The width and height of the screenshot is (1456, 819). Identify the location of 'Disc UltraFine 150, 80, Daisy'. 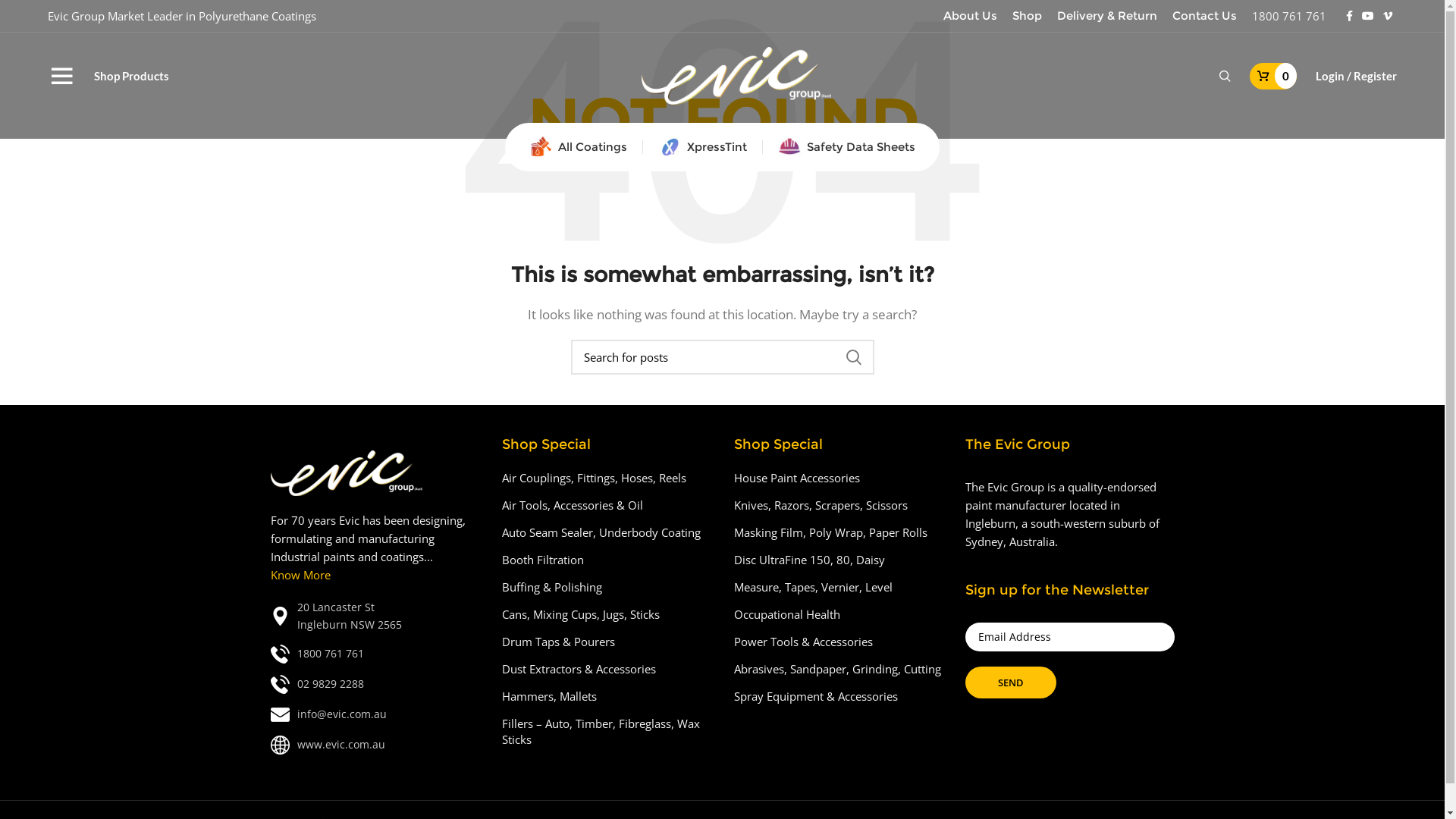
(809, 560).